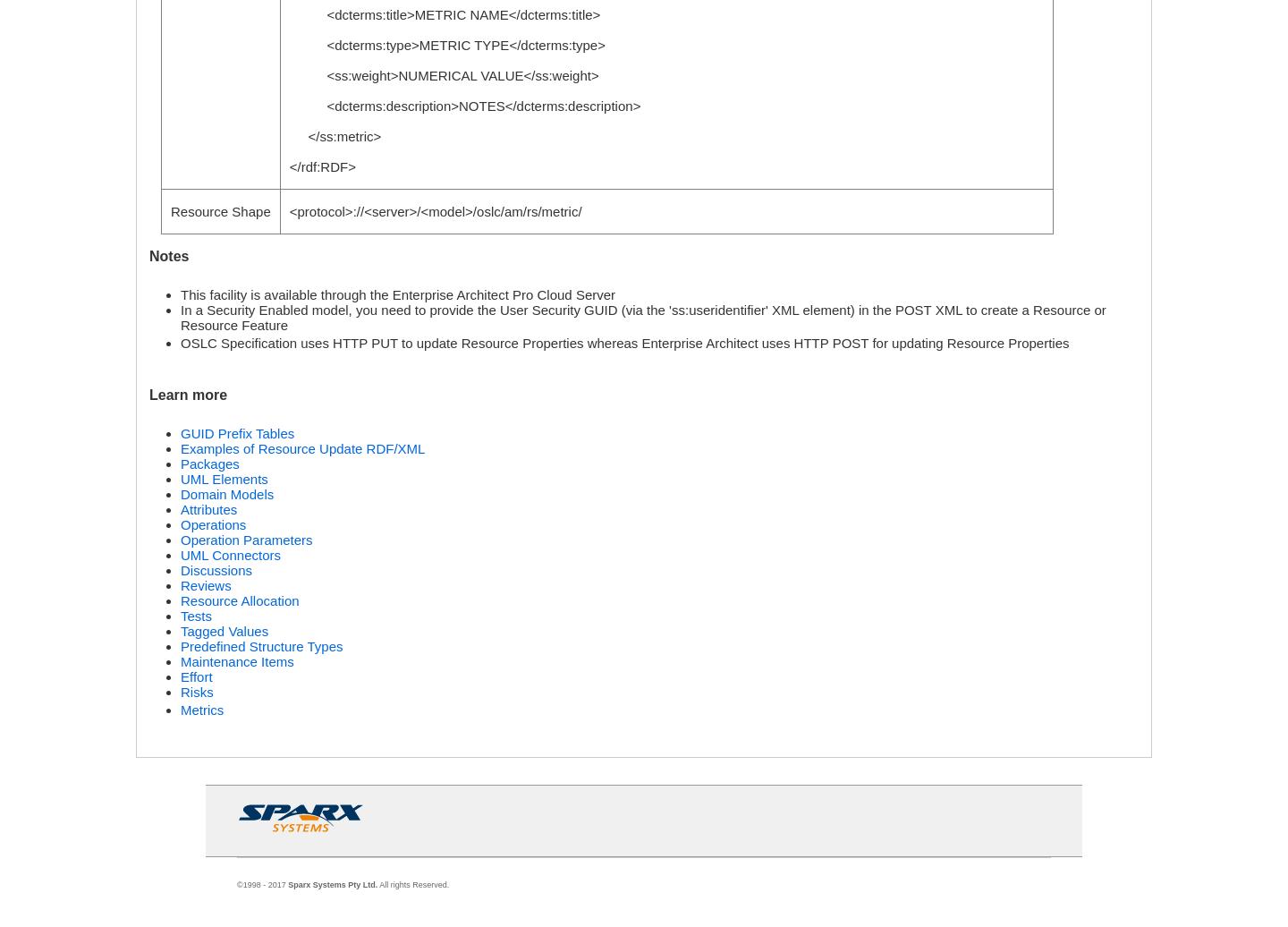 The image size is (1288, 927). I want to click on 'UML Elements', so click(223, 479).